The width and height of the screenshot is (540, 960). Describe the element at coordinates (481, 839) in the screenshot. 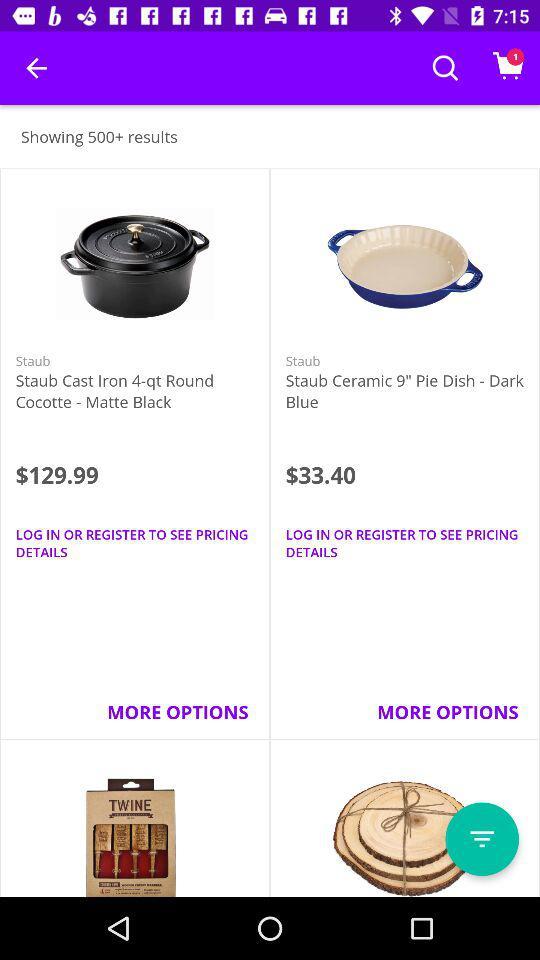

I see `contact support` at that location.